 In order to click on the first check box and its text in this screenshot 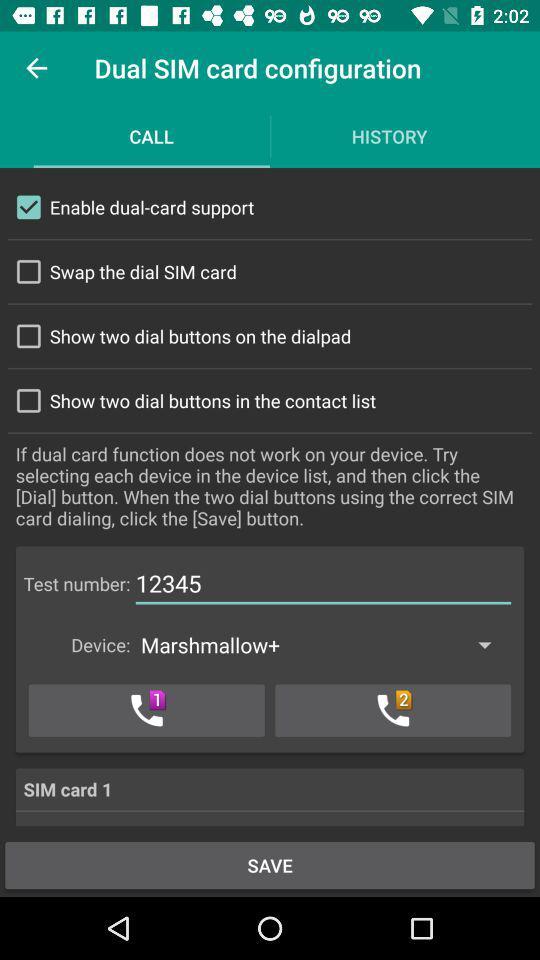, I will do `click(270, 207)`.